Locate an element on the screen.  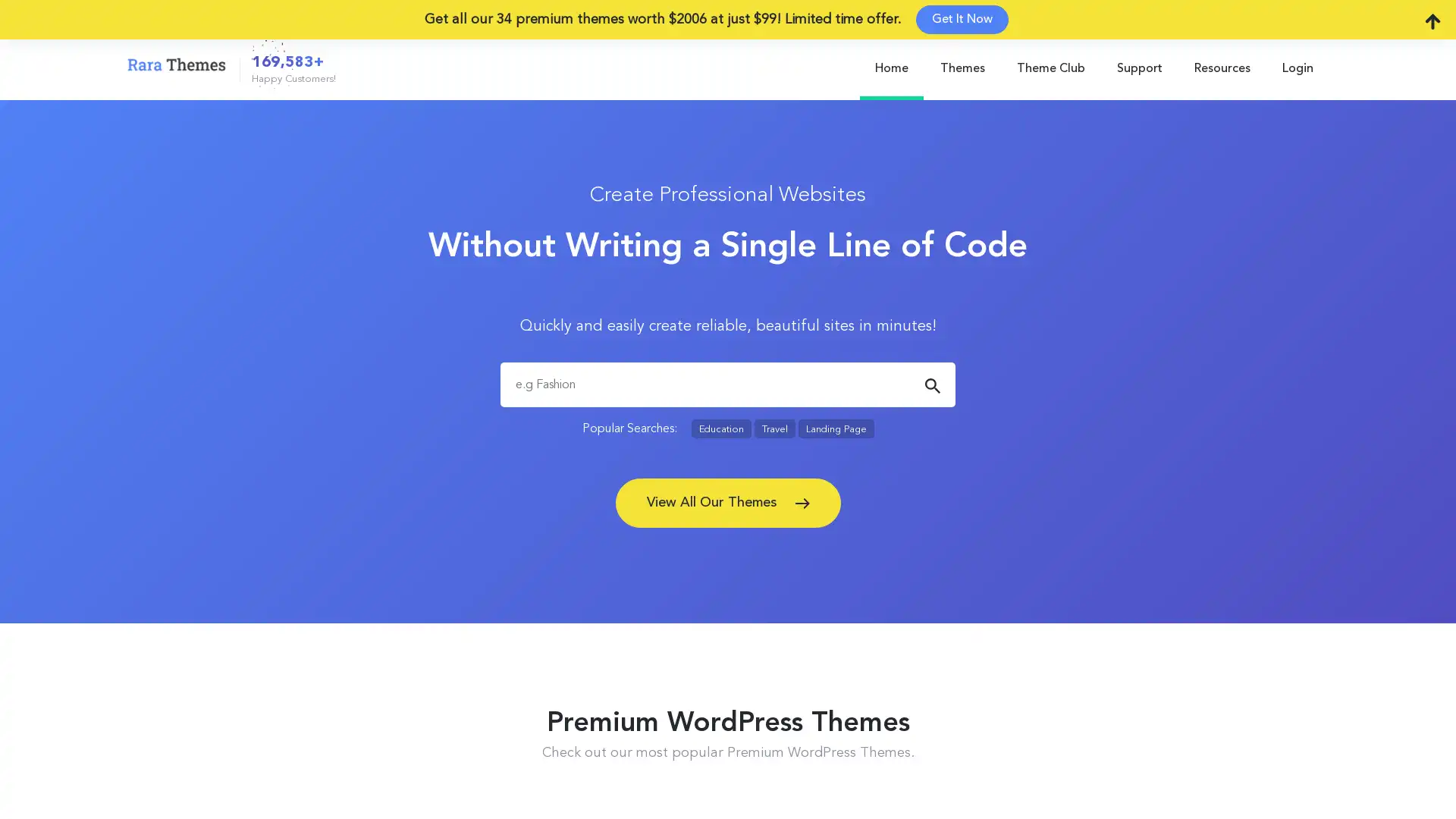
Search is located at coordinates (931, 385).